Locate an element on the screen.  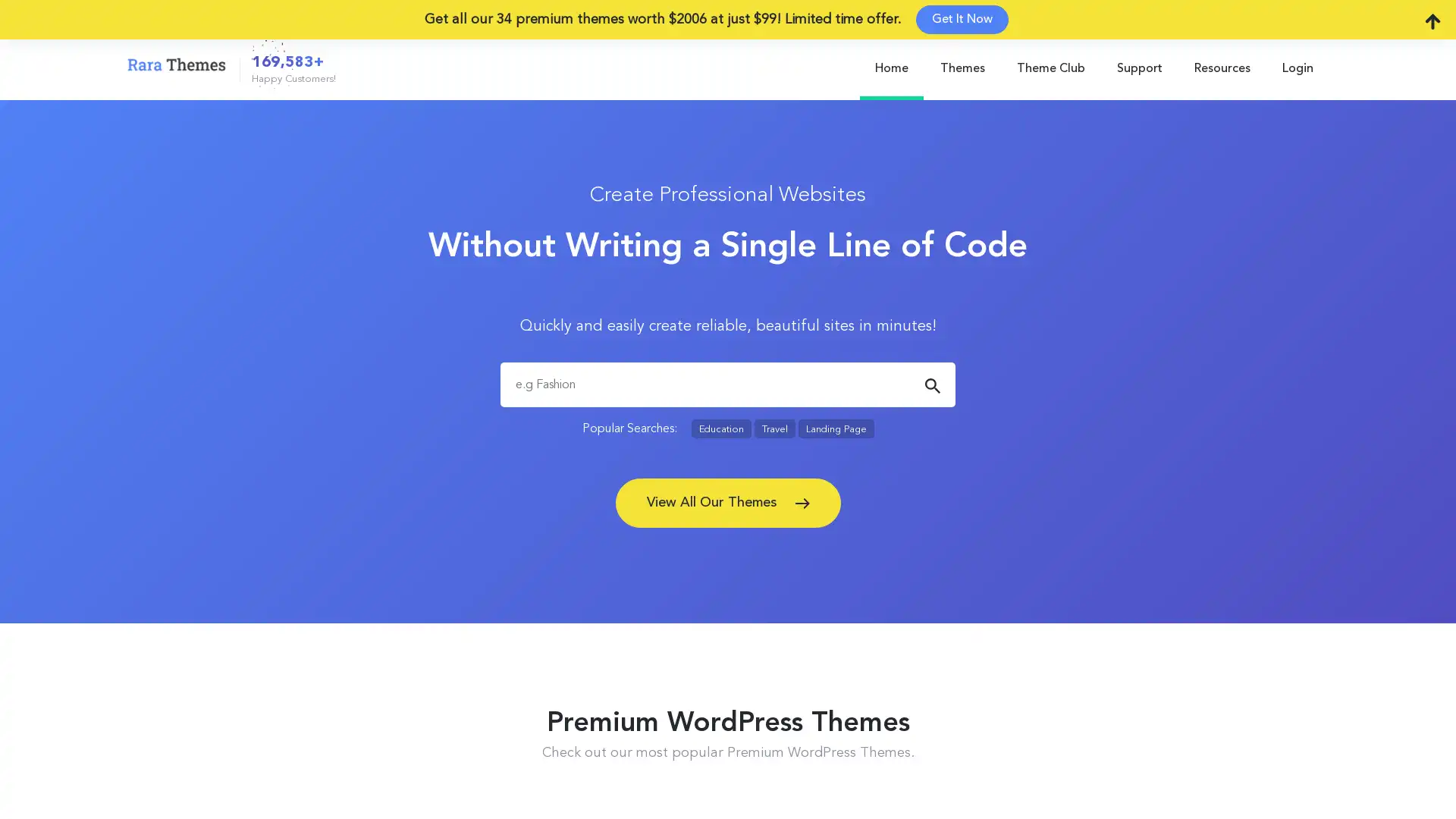
Search is located at coordinates (931, 385).